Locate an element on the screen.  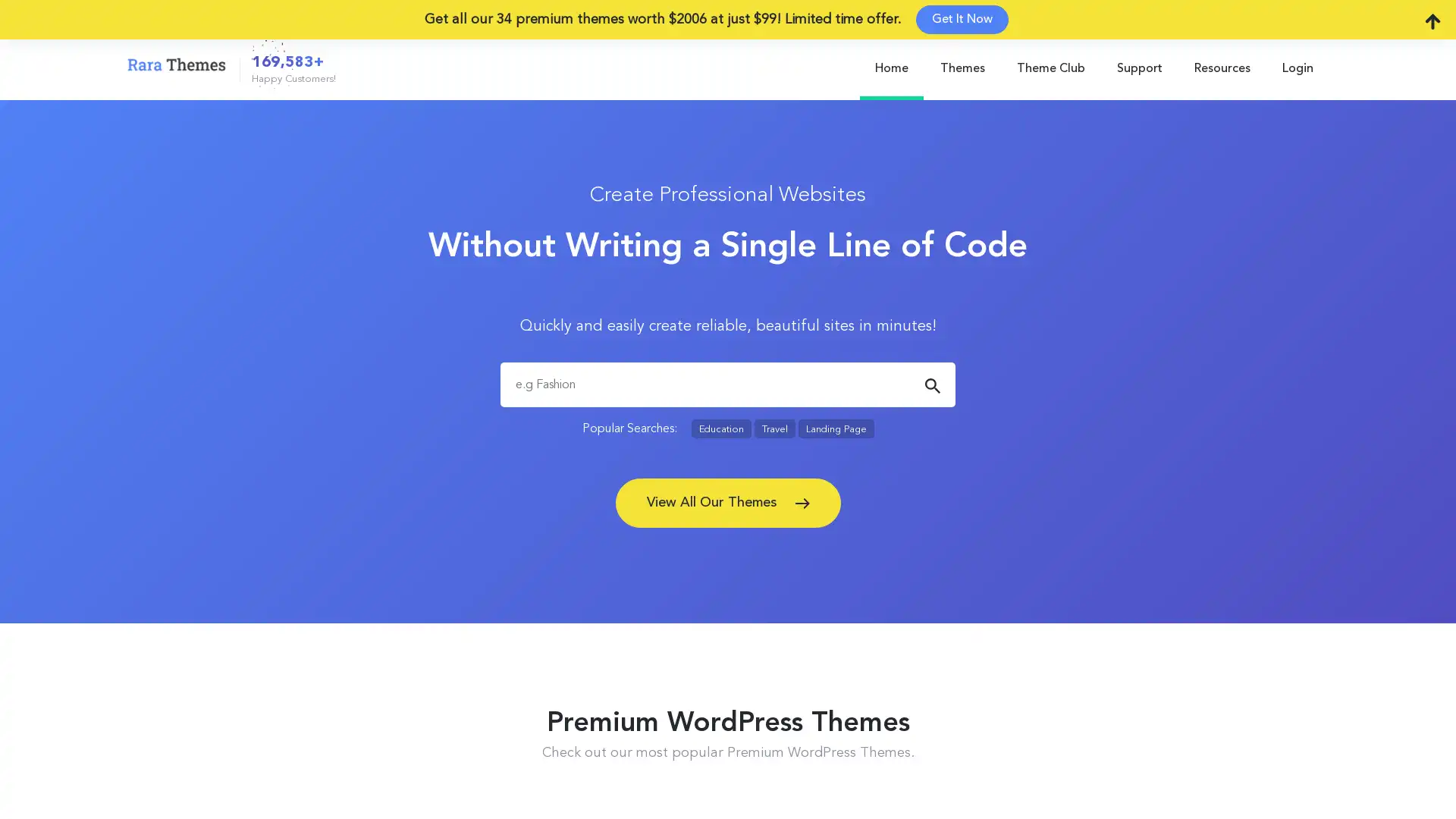
Search is located at coordinates (931, 385).